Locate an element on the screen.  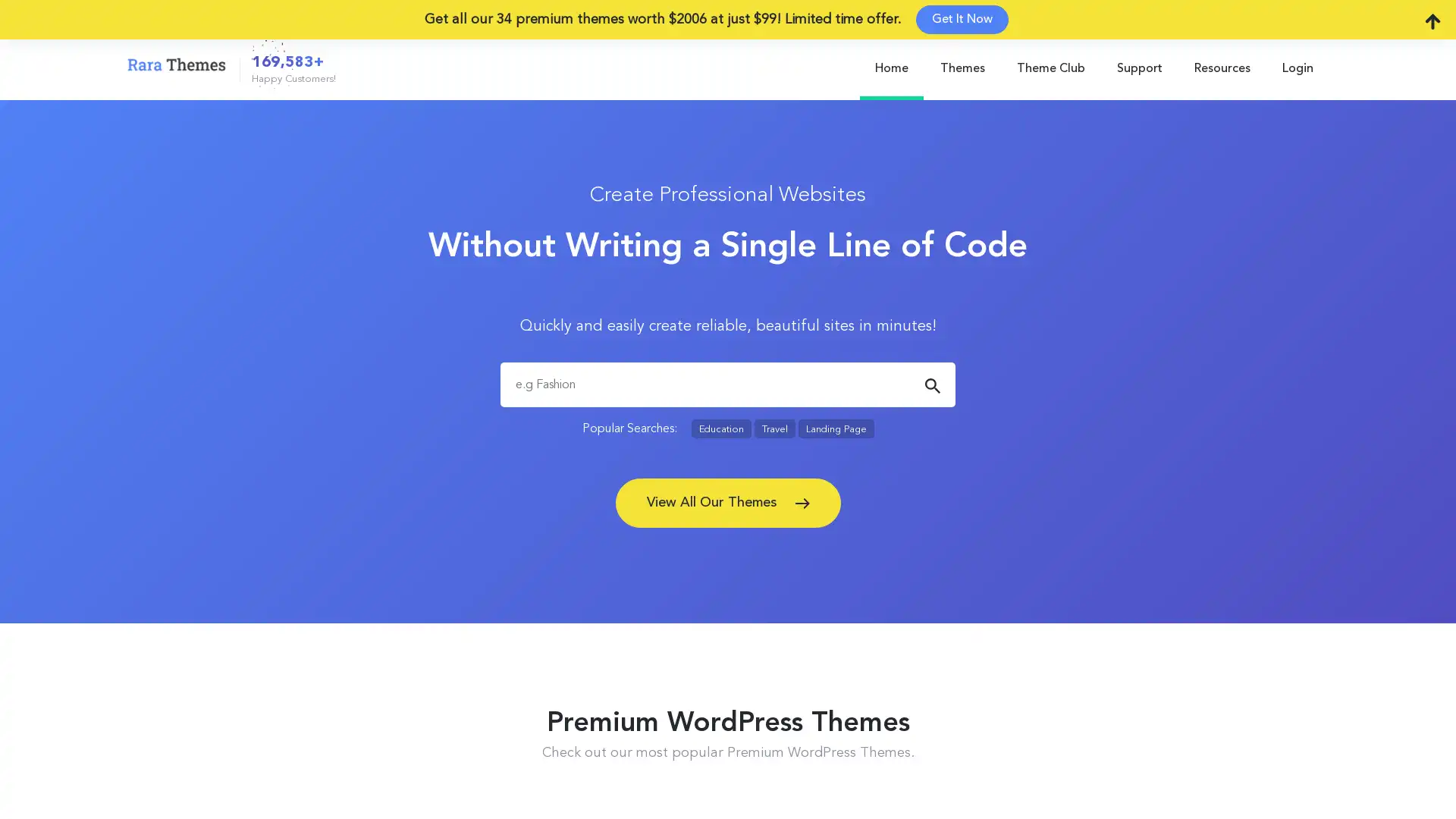
Search is located at coordinates (931, 385).